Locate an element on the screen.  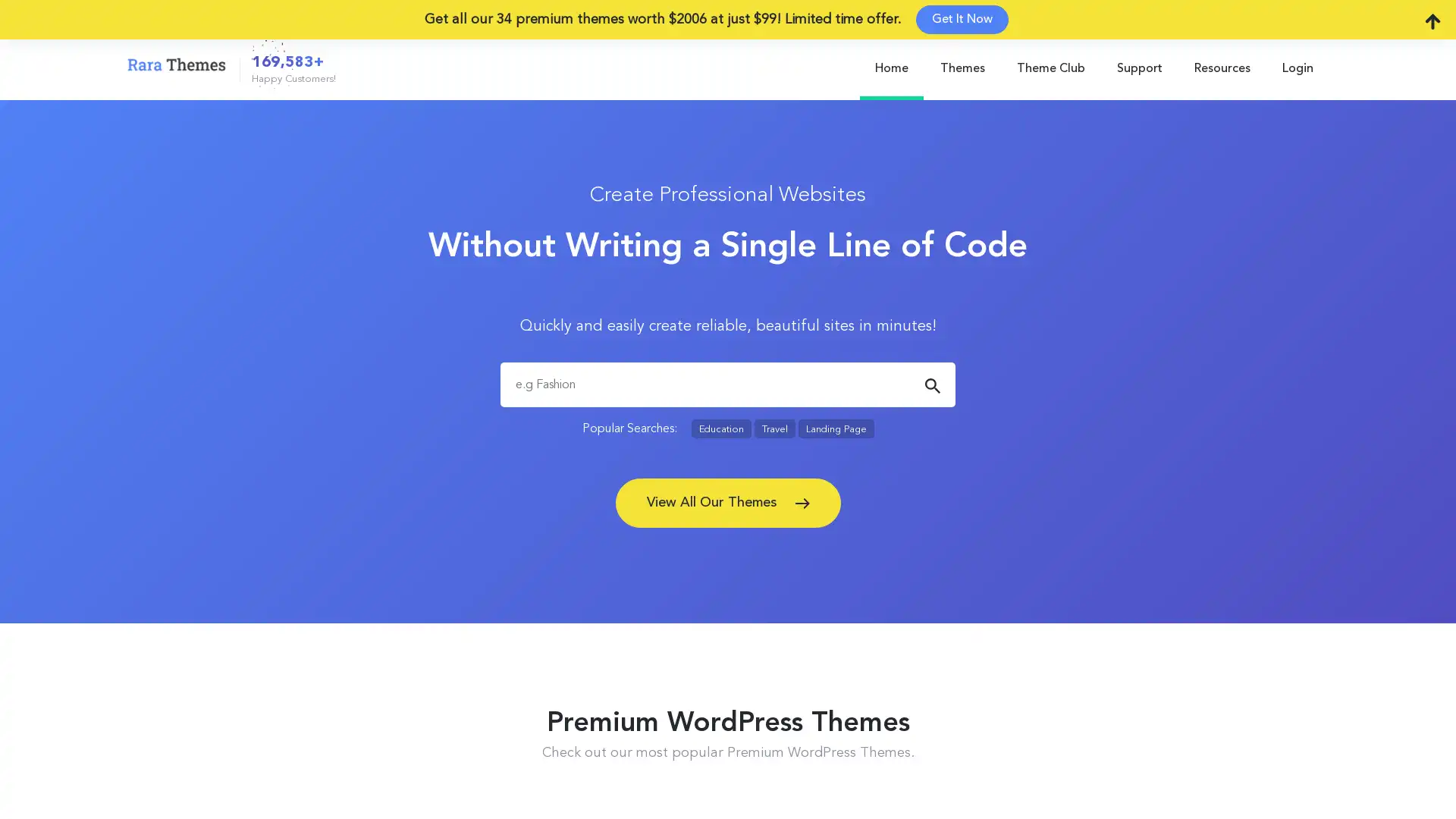
Search is located at coordinates (931, 385).